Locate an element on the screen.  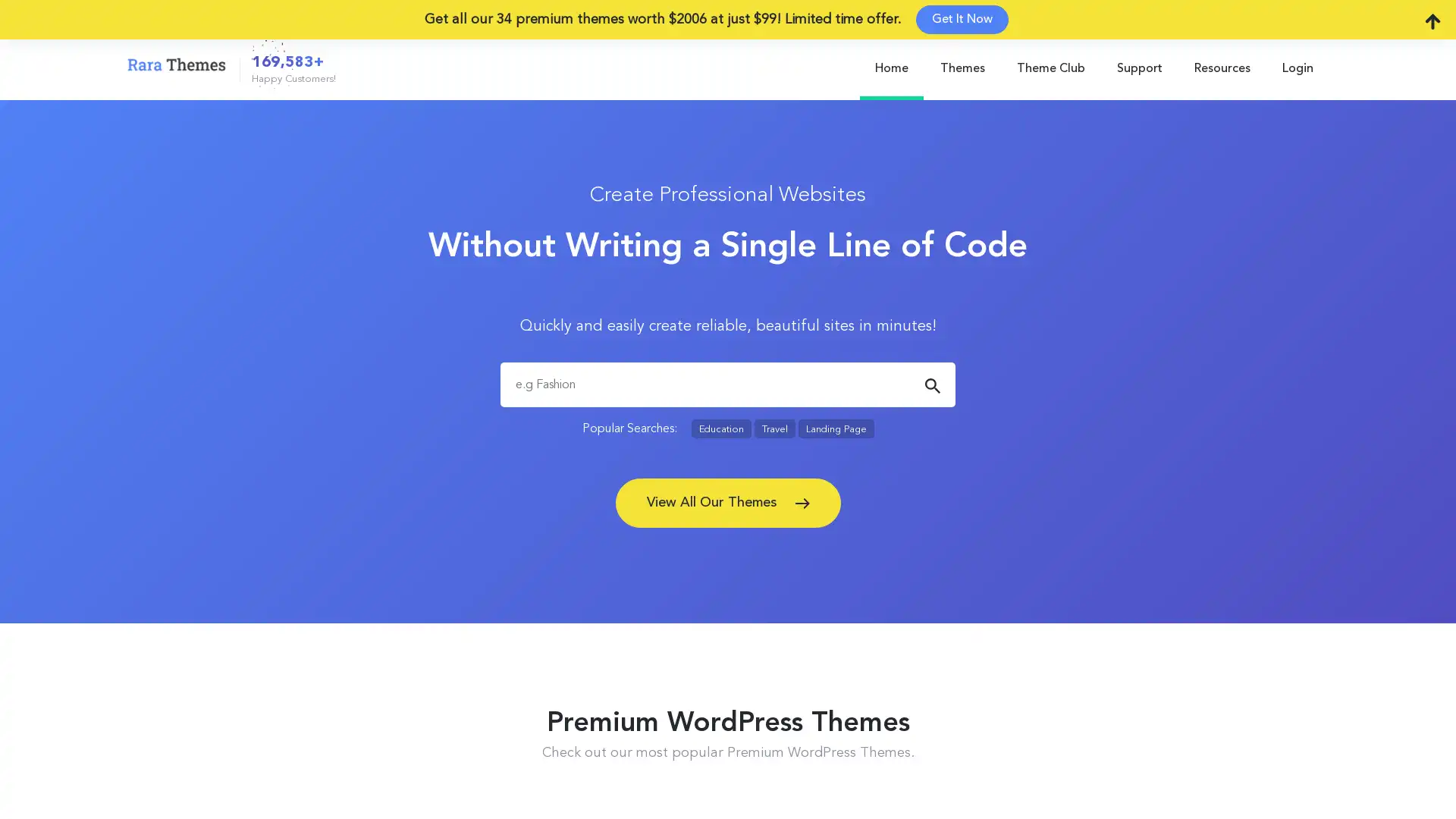
Search is located at coordinates (931, 385).